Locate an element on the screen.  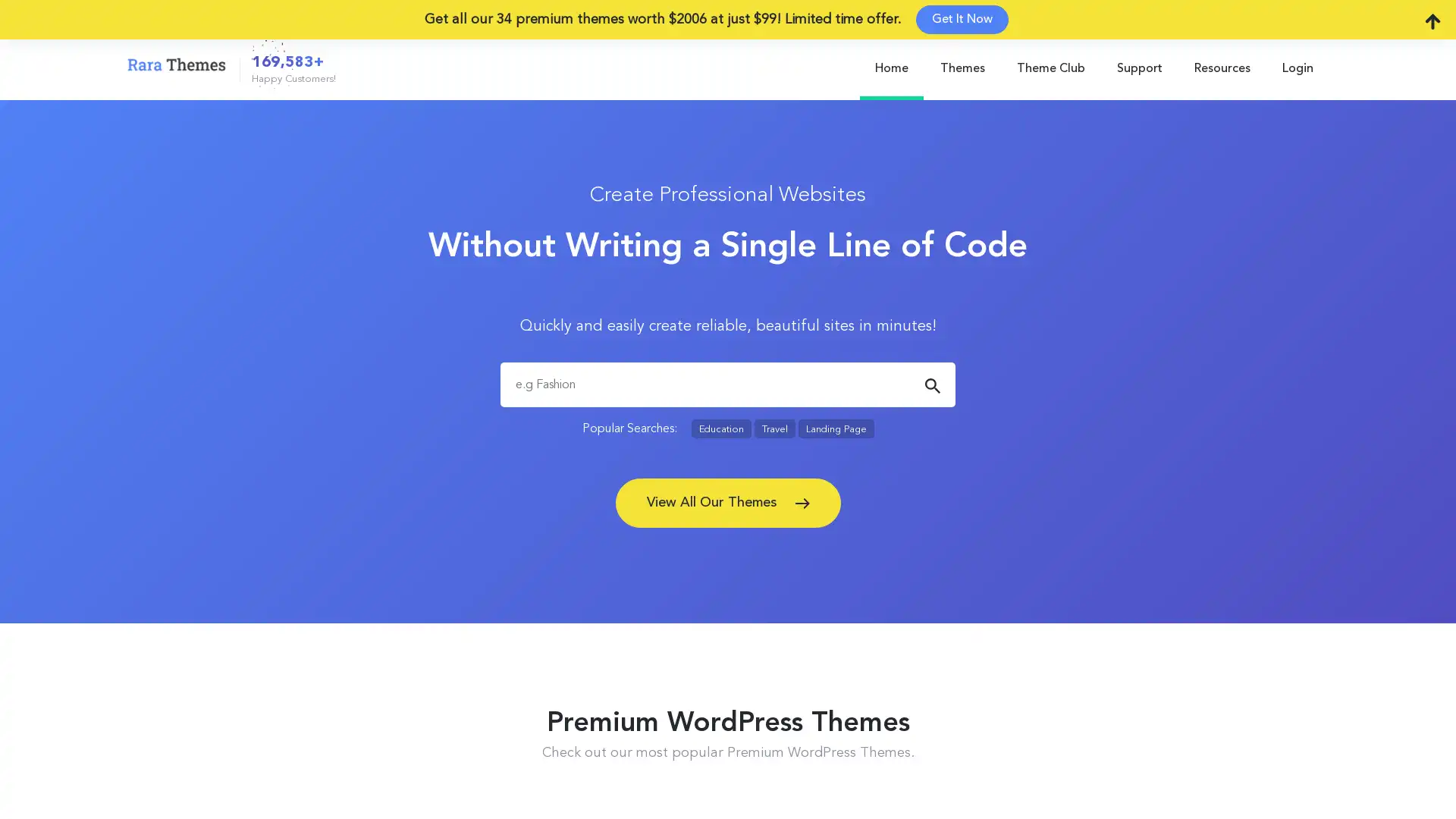
Search is located at coordinates (931, 385).